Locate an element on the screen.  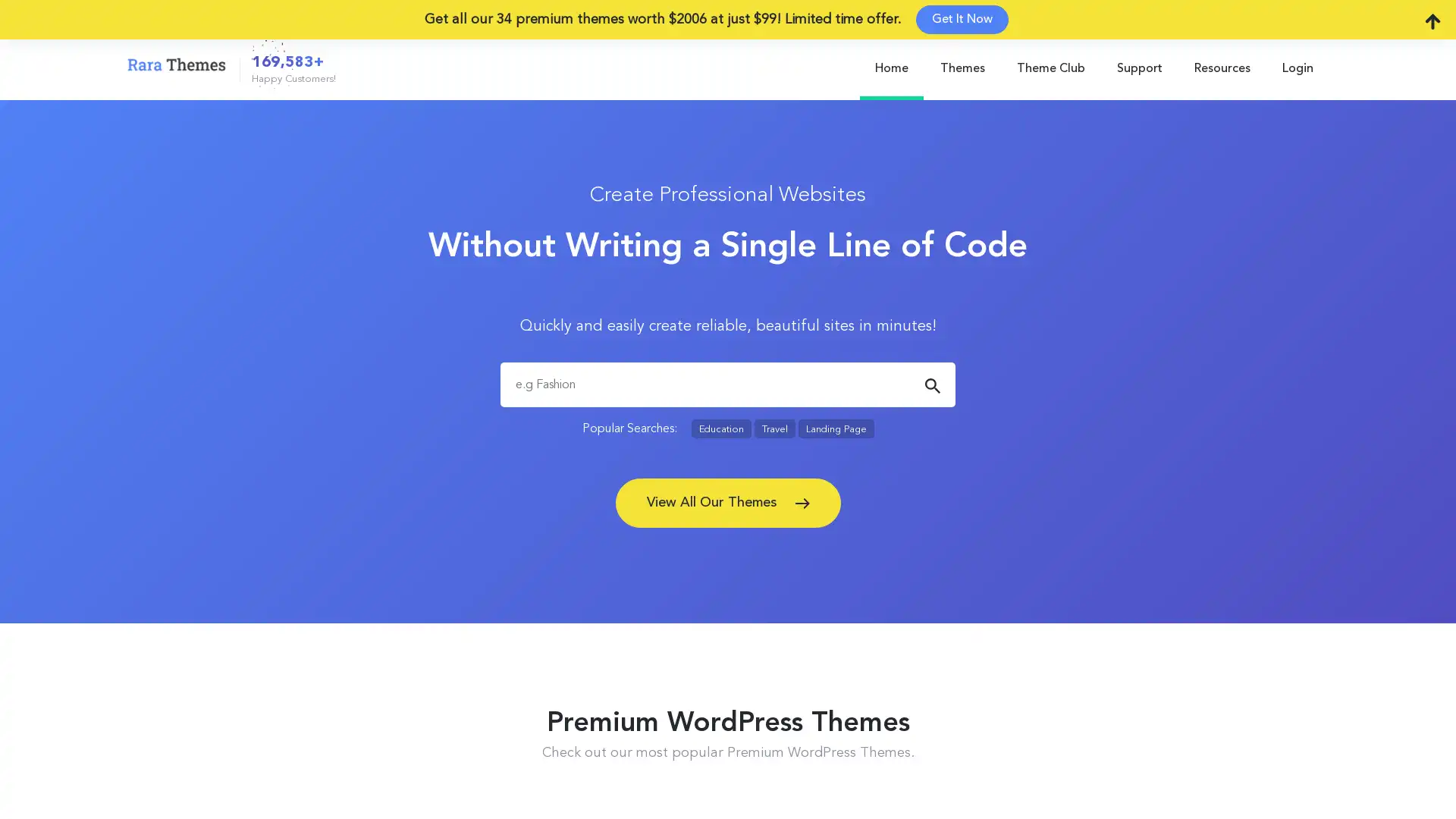
Search is located at coordinates (931, 385).